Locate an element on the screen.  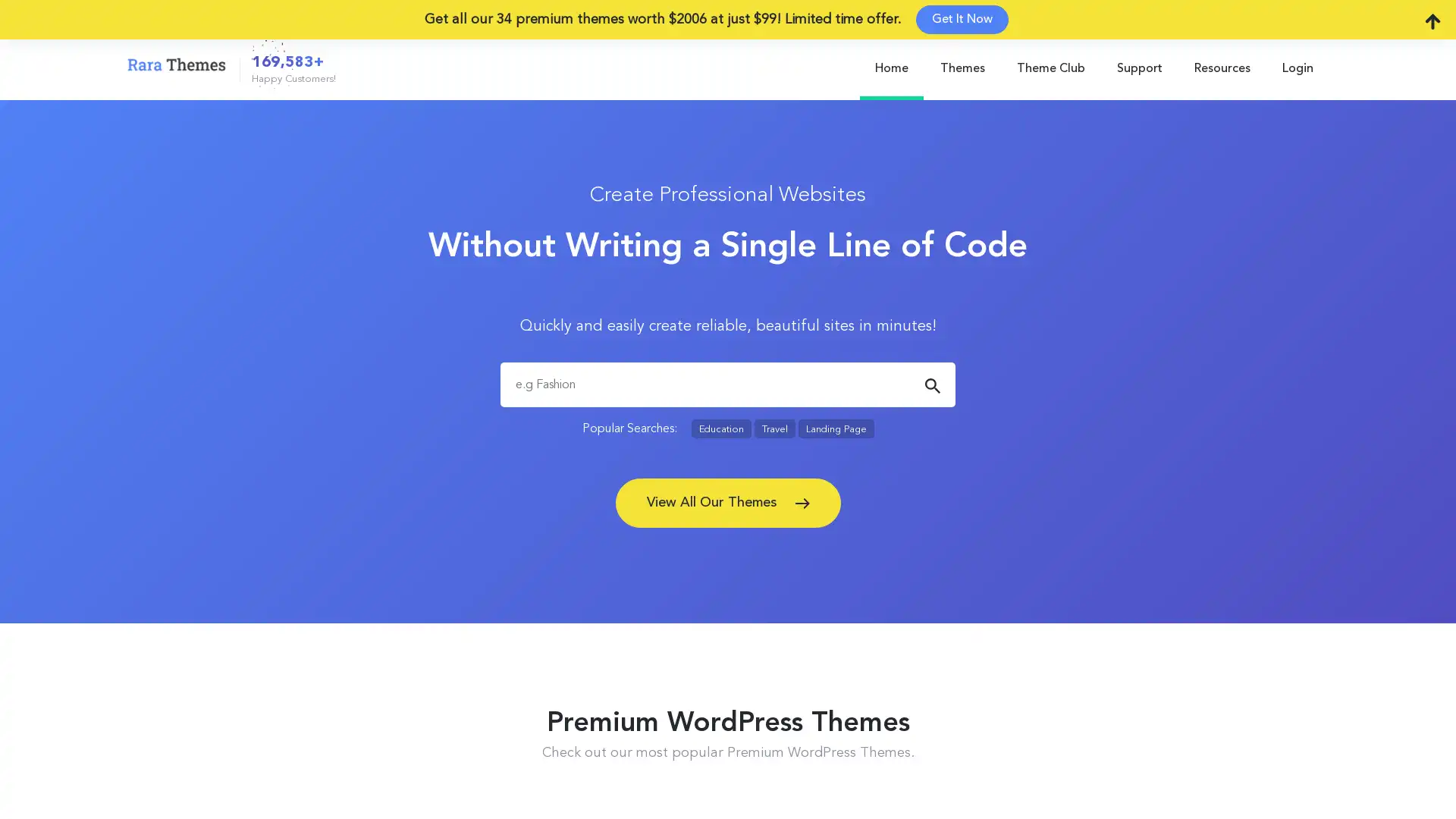
Search is located at coordinates (931, 385).